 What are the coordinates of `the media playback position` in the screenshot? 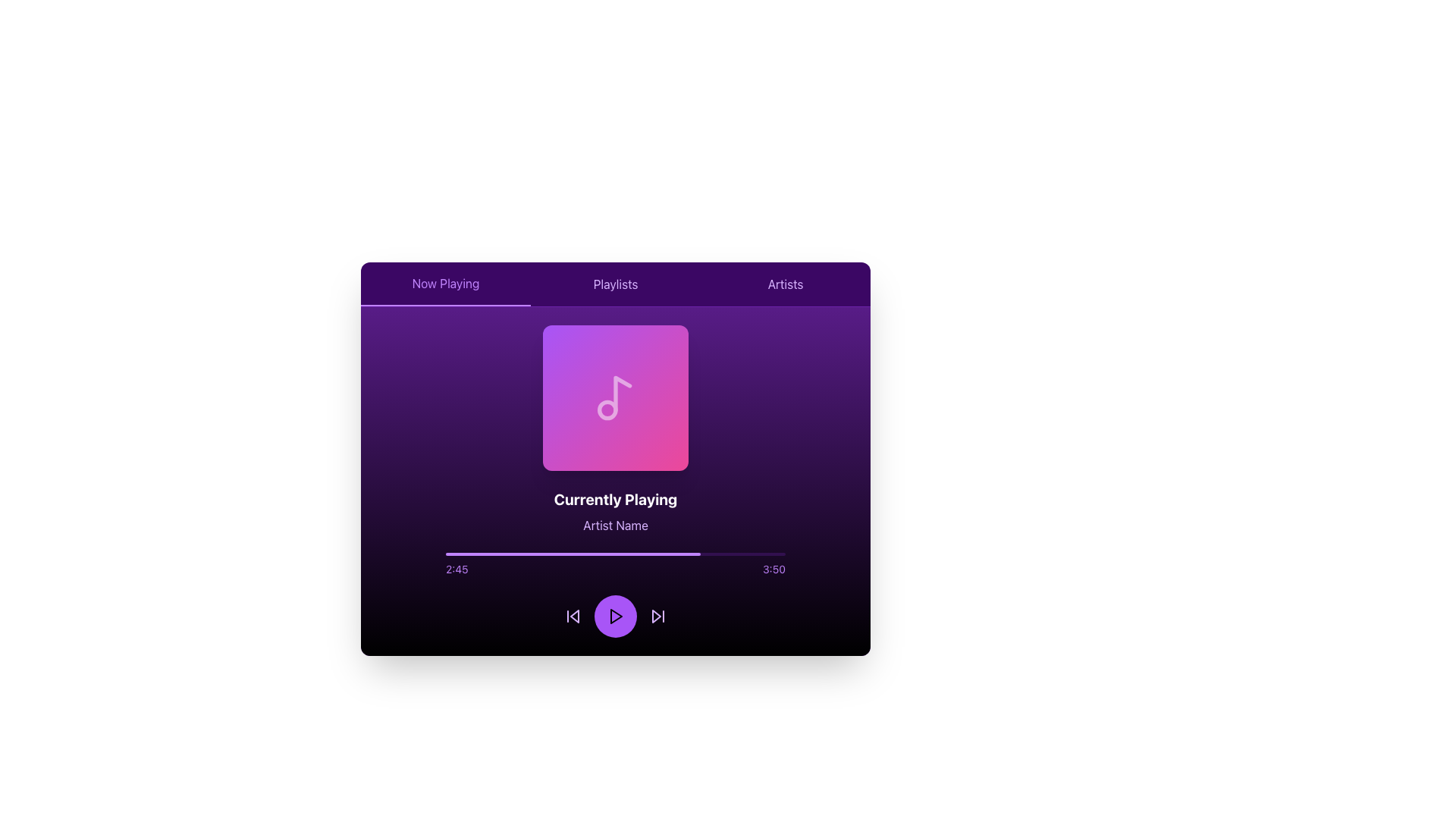 It's located at (667, 554).